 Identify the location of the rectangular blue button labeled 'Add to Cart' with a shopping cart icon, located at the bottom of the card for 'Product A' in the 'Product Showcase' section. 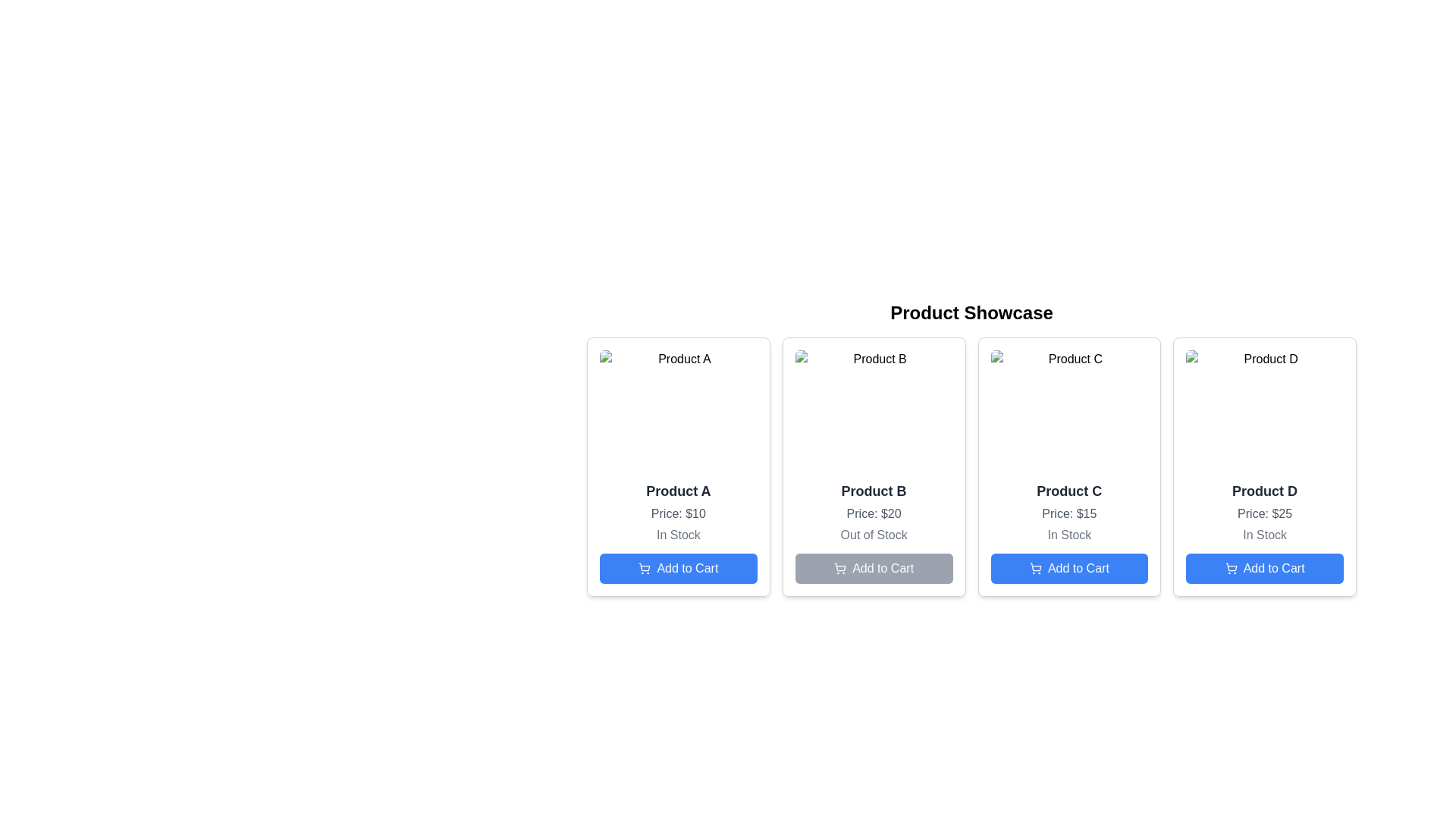
(677, 568).